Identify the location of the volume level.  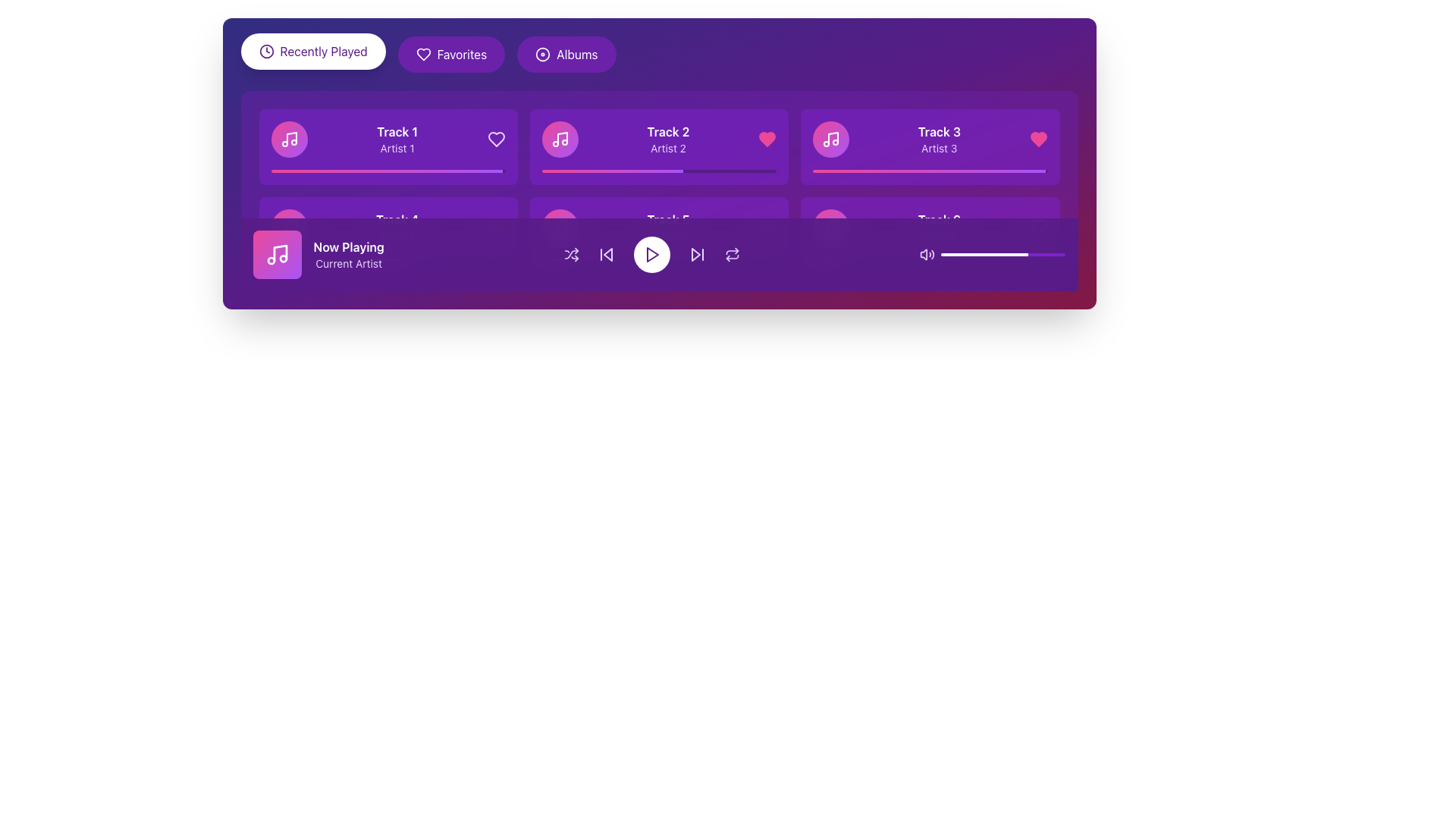
(959, 253).